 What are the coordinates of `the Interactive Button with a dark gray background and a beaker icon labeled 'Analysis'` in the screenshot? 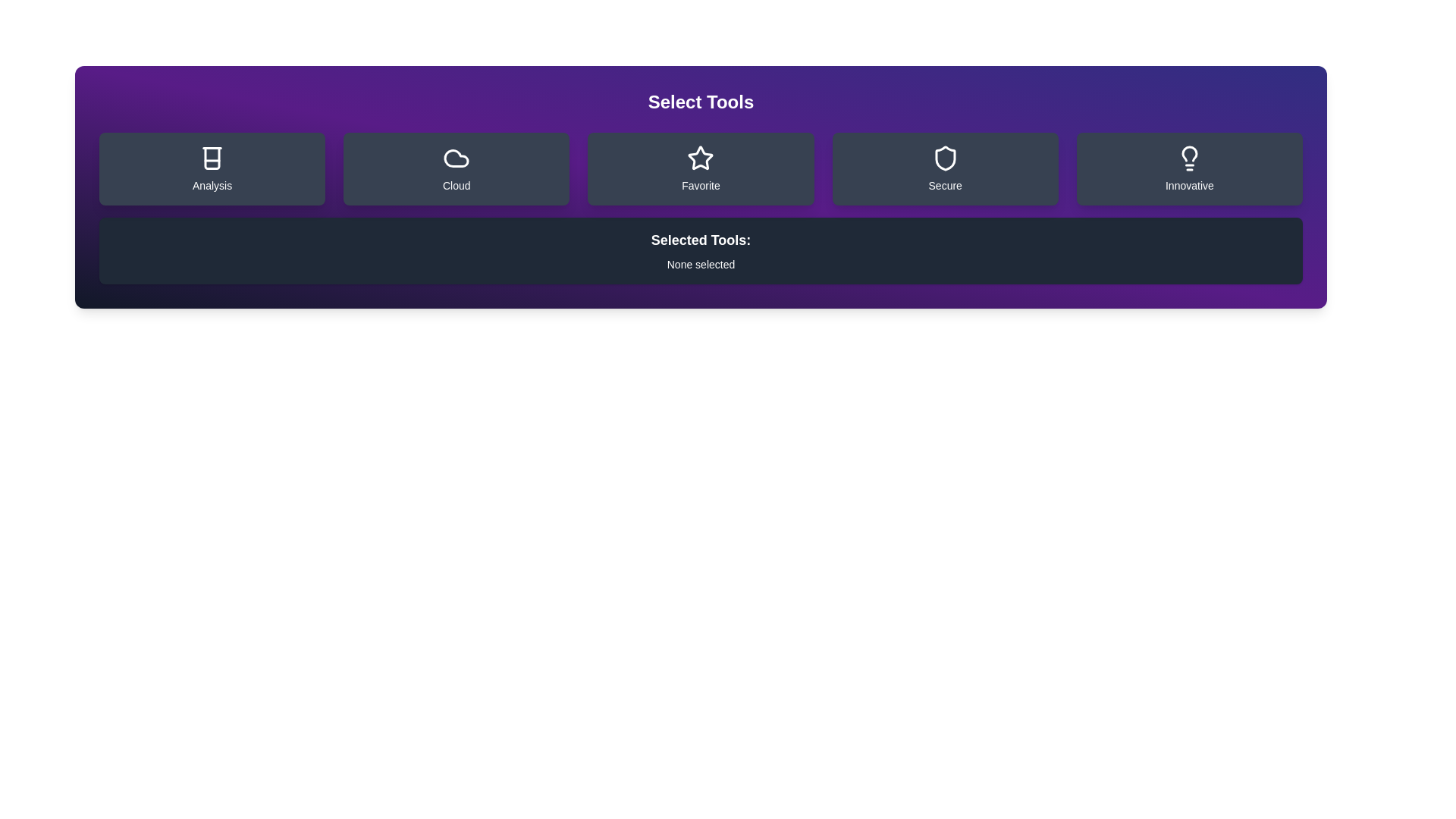 It's located at (212, 169).